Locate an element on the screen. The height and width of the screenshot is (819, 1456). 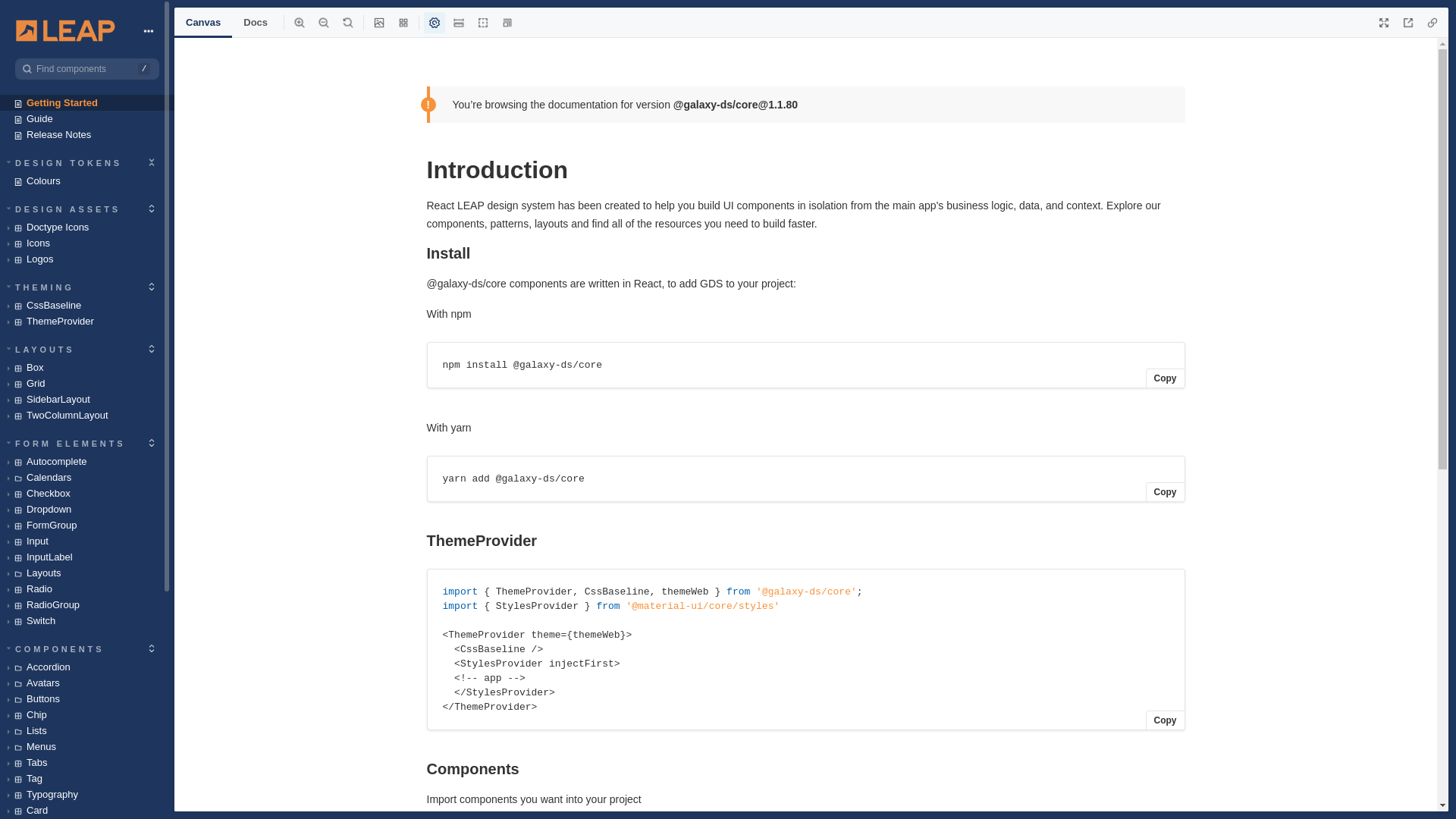
'Colours' is located at coordinates (86, 180).